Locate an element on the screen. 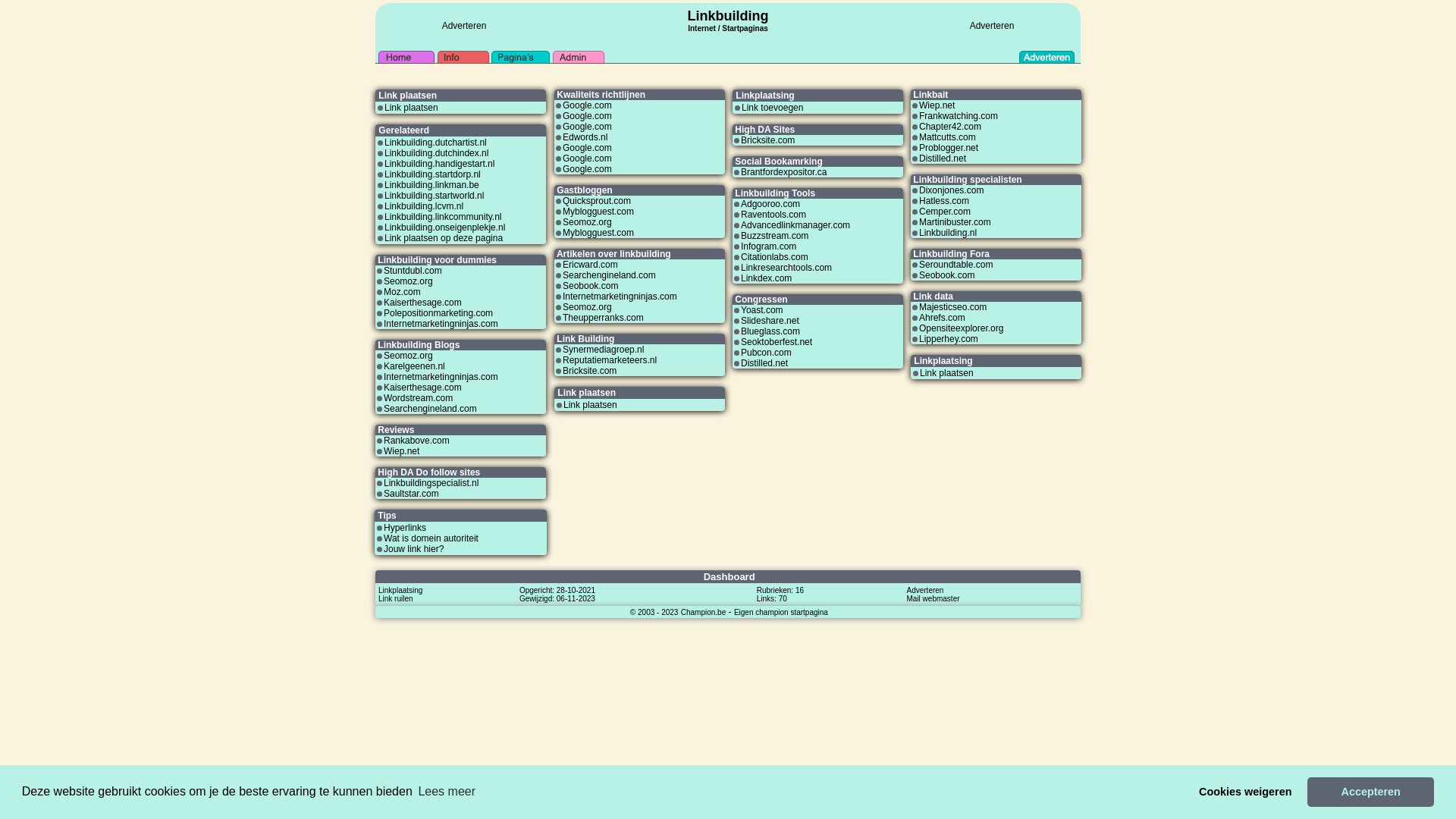 Image resolution: width=1456 pixels, height=819 pixels. 'Reputatiemarketeers.nl' is located at coordinates (610, 359).